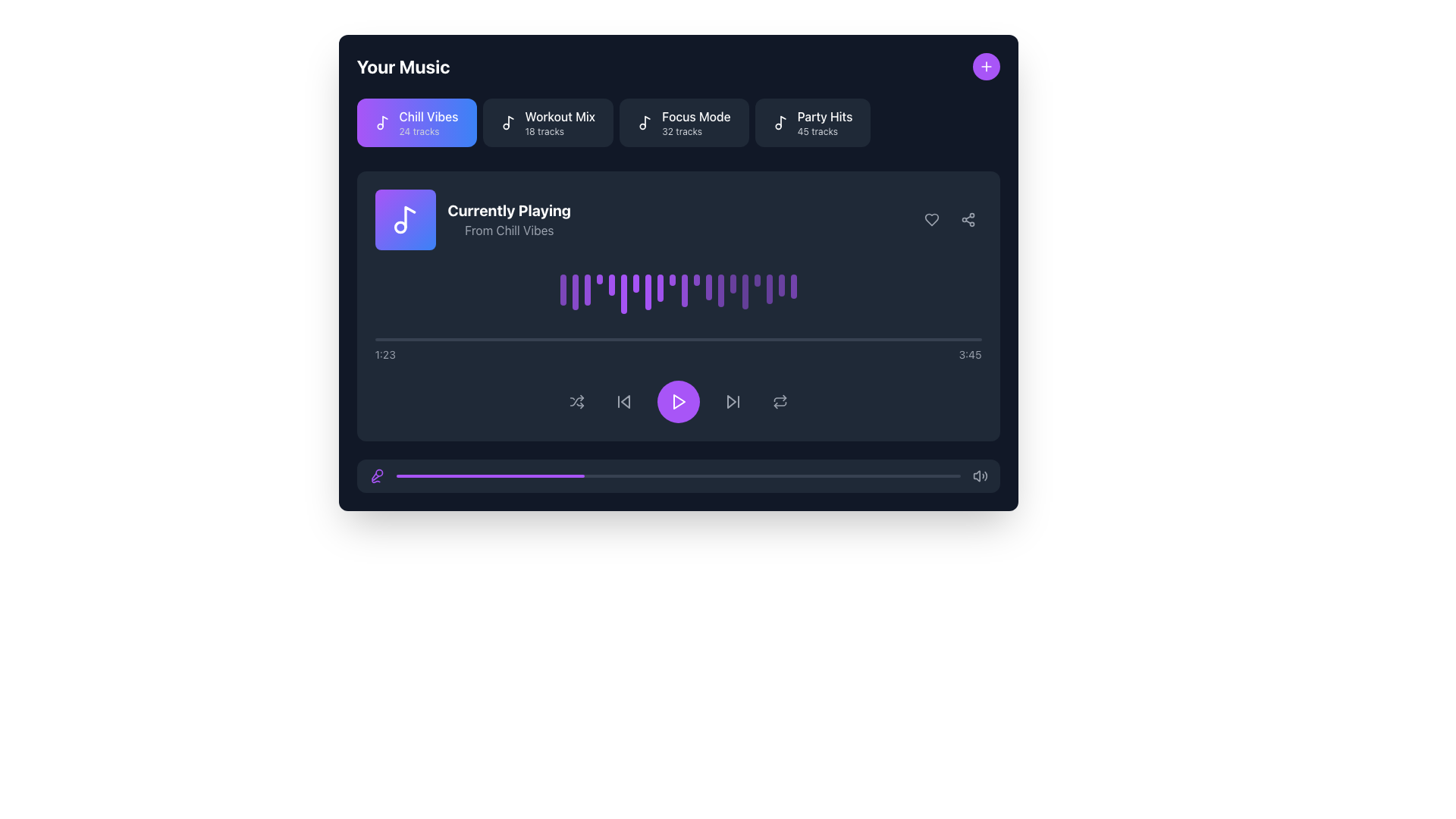  What do you see at coordinates (967, 219) in the screenshot?
I see `the circular share button located in the upper-right portion of the playing card section` at bounding box center [967, 219].